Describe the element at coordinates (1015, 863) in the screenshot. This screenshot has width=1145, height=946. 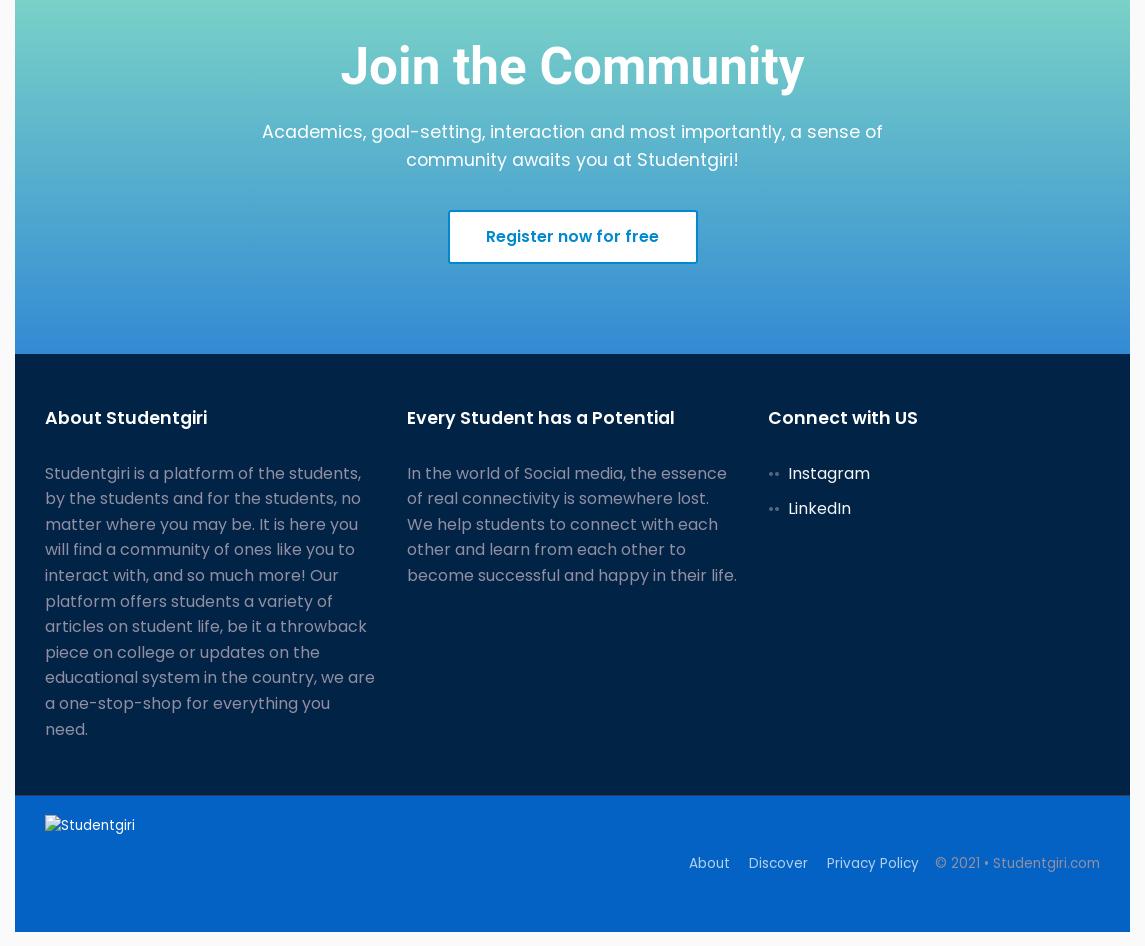
I see `'© 2021 • Studentgiri.com'` at that location.